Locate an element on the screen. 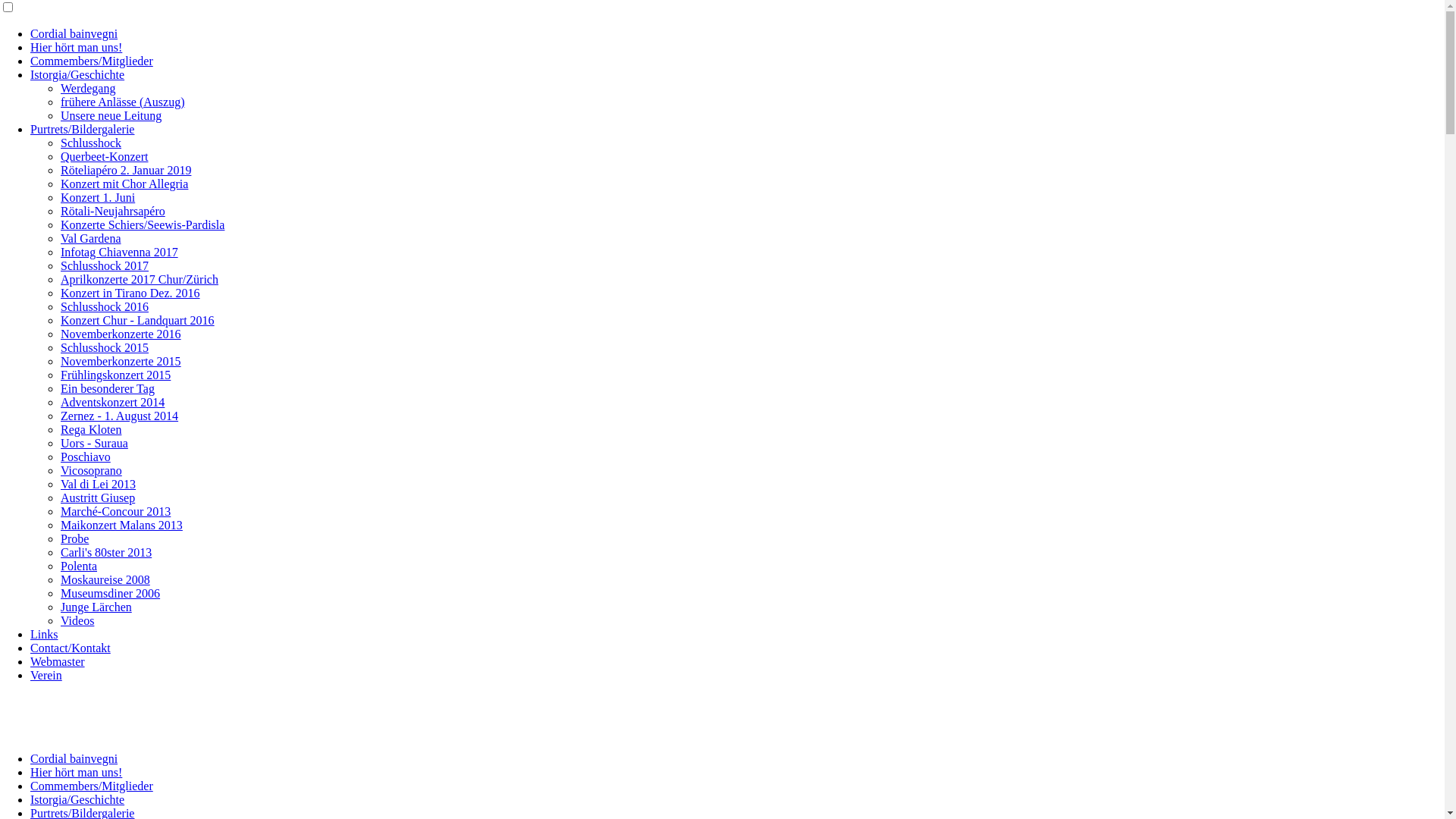 The height and width of the screenshot is (819, 1456). 'Val di Lei 2013' is located at coordinates (97, 484).